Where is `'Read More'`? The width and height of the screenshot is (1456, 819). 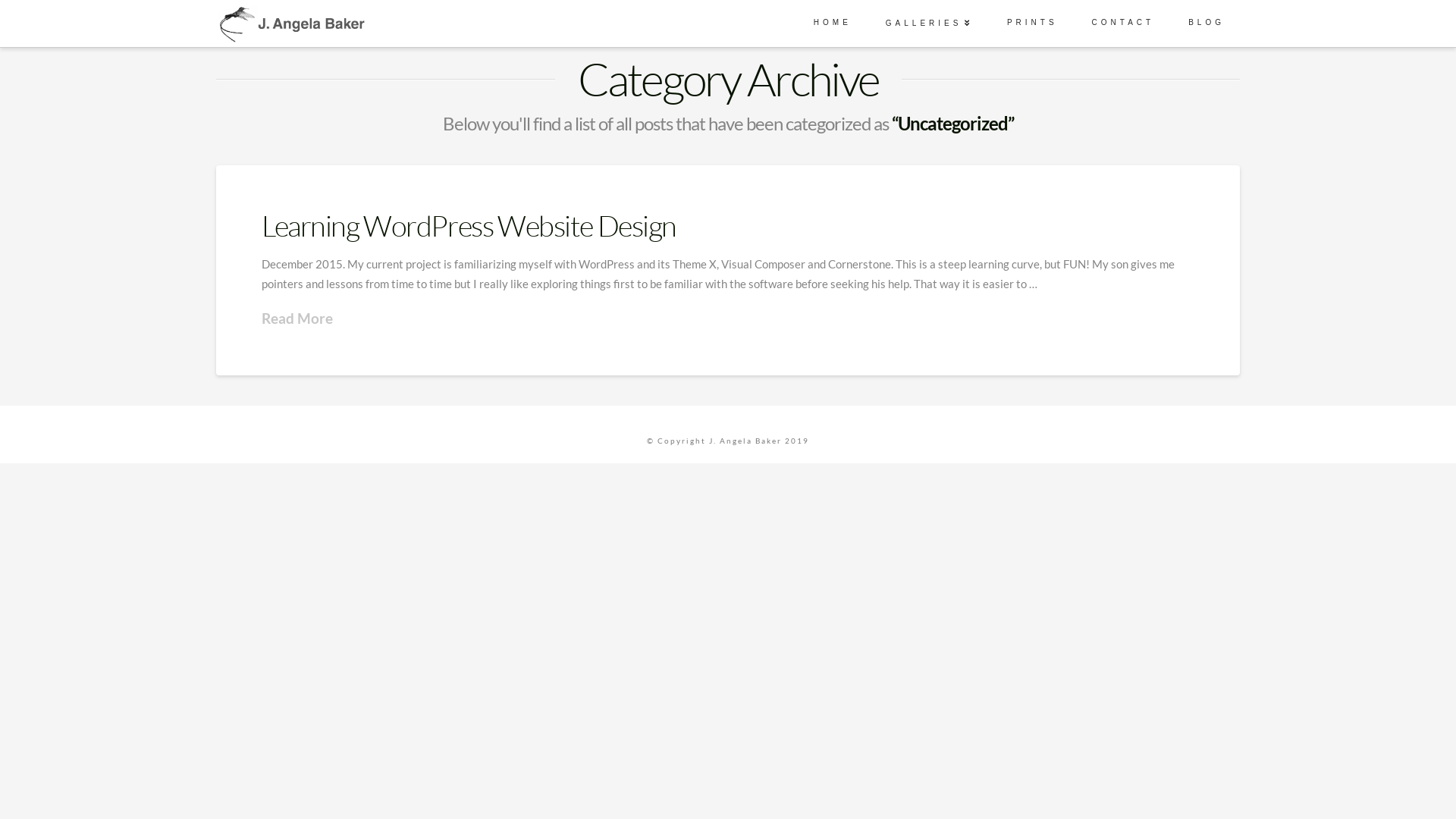 'Read More' is located at coordinates (297, 318).